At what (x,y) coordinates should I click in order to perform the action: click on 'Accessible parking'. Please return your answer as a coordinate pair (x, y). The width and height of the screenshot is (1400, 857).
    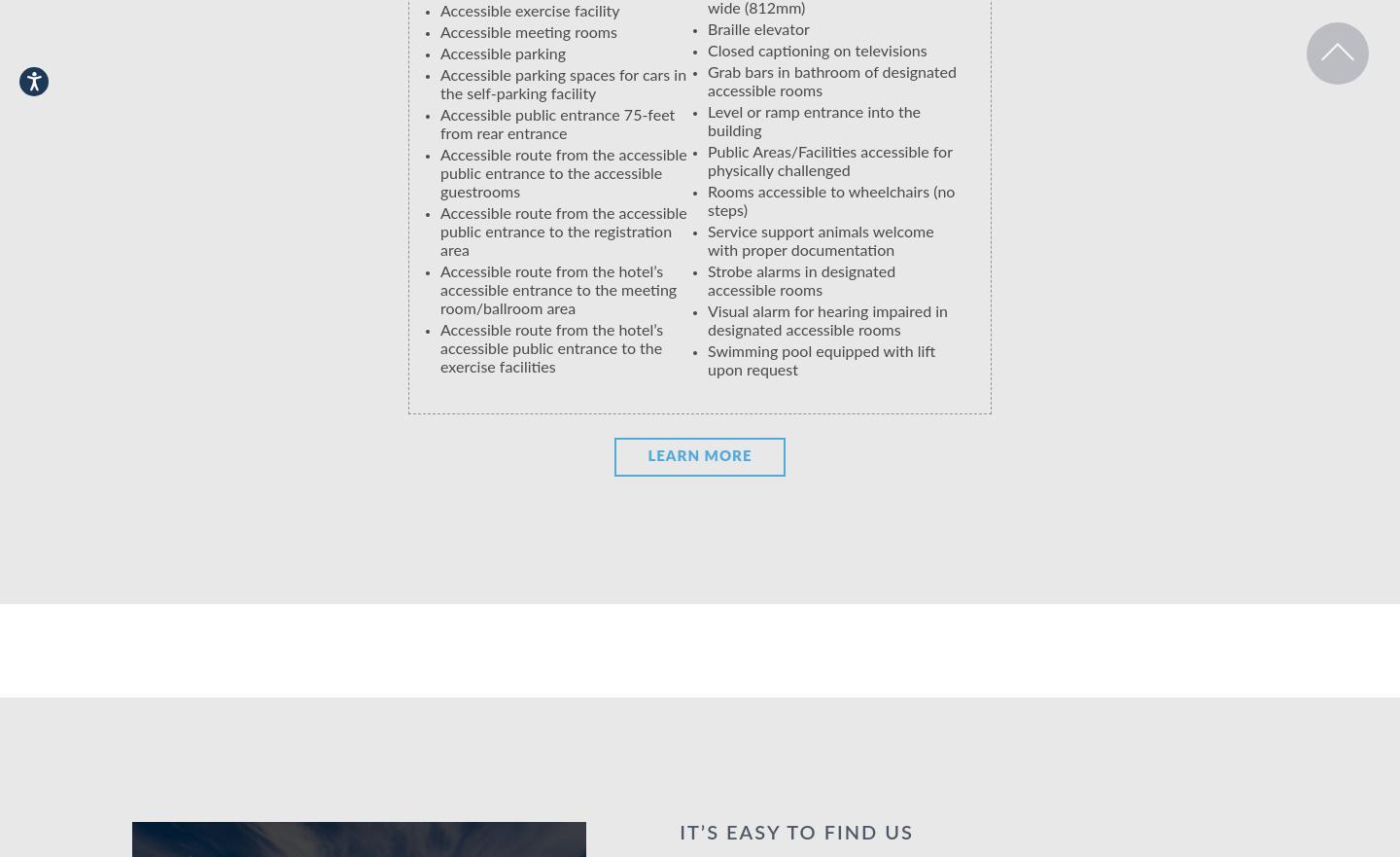
    Looking at the image, I should click on (440, 54).